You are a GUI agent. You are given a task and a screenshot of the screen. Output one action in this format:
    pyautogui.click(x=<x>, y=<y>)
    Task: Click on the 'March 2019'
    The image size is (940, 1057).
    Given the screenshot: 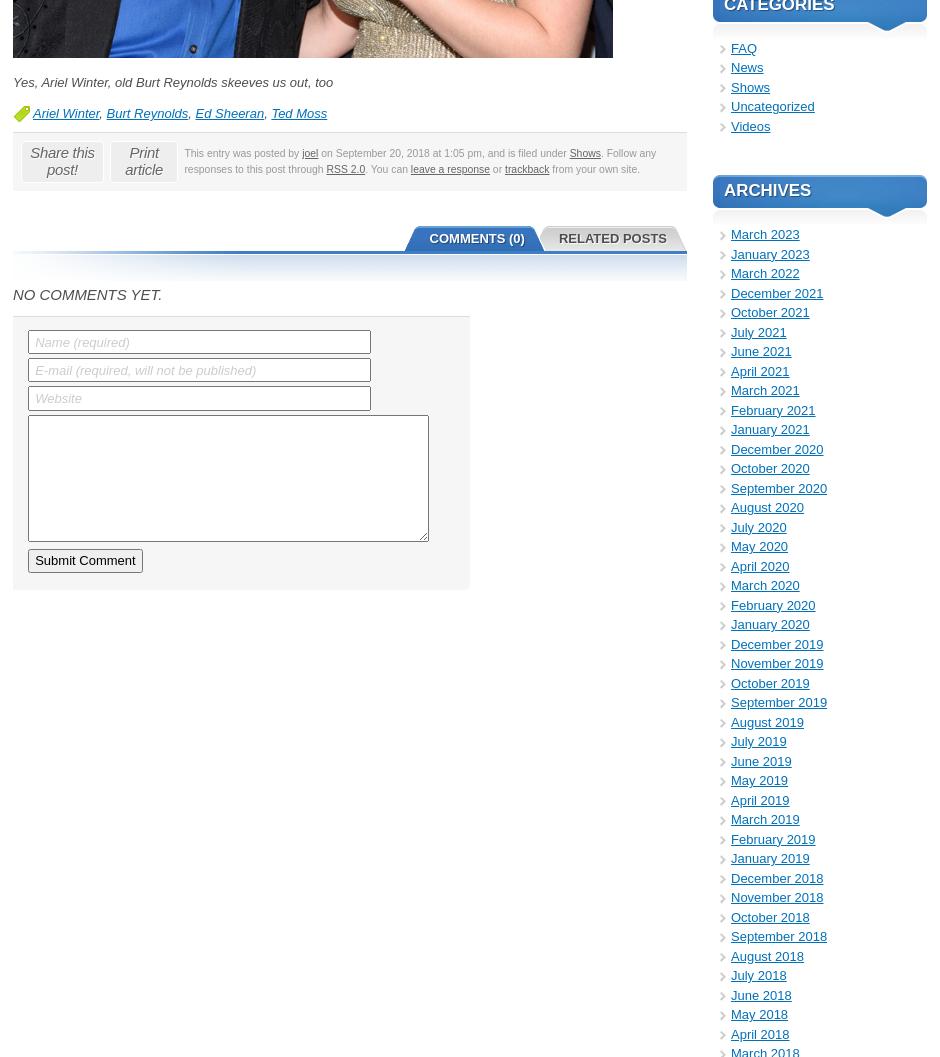 What is the action you would take?
    pyautogui.click(x=763, y=819)
    